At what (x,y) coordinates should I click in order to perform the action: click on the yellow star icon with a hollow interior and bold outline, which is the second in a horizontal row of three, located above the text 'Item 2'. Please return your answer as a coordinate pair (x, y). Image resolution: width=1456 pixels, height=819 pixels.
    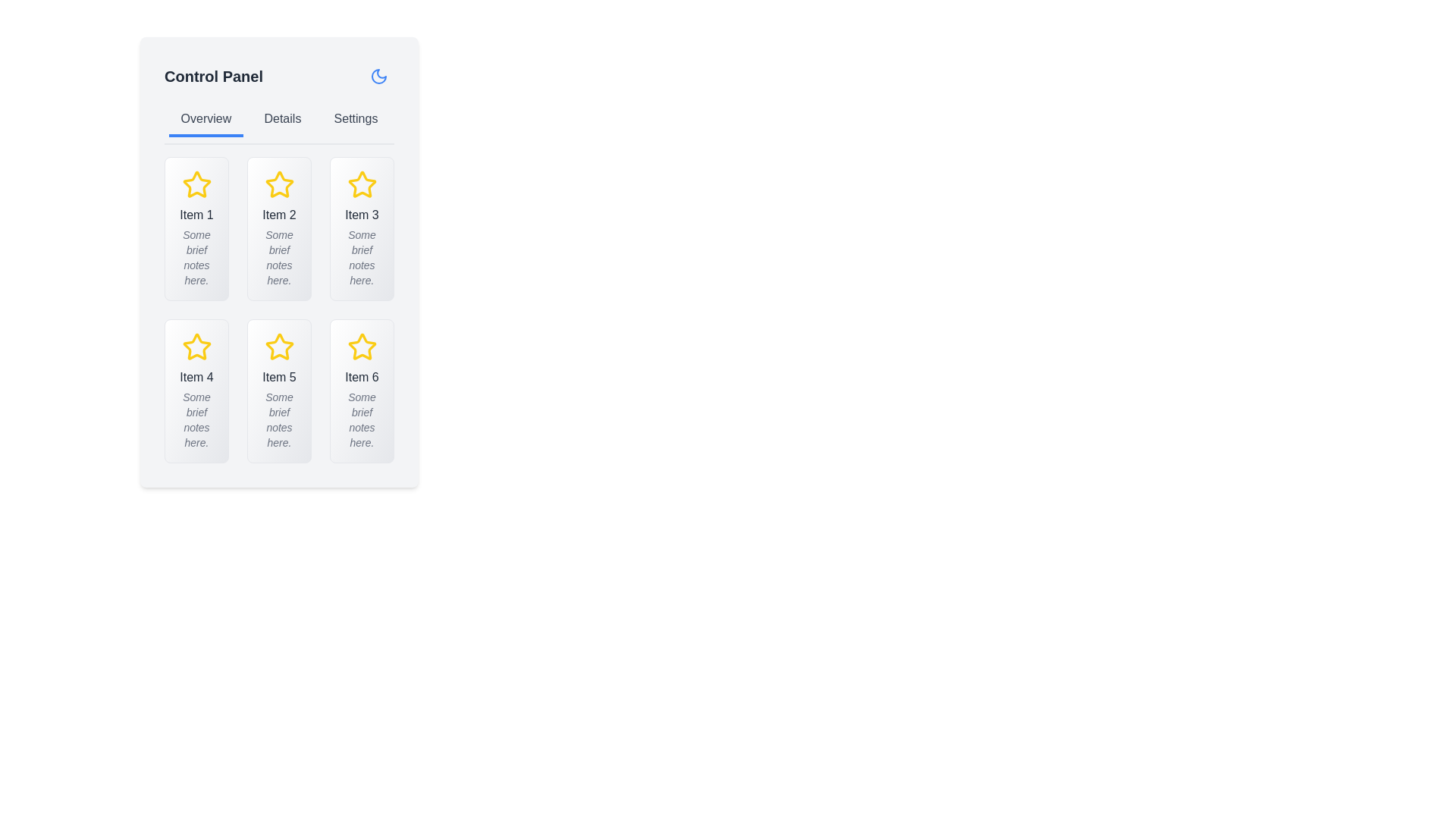
    Looking at the image, I should click on (279, 184).